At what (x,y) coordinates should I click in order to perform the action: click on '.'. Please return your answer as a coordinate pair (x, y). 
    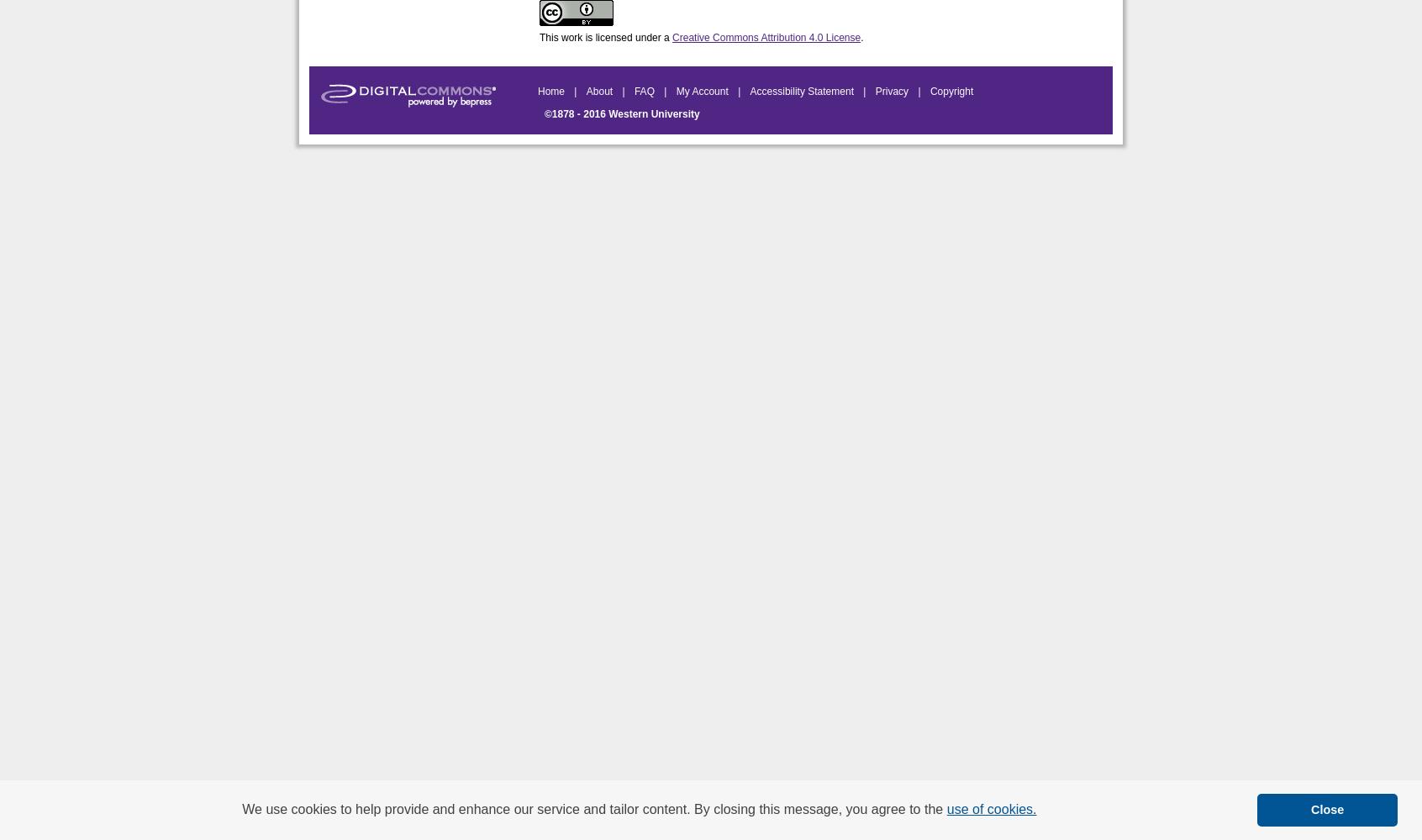
    Looking at the image, I should click on (861, 38).